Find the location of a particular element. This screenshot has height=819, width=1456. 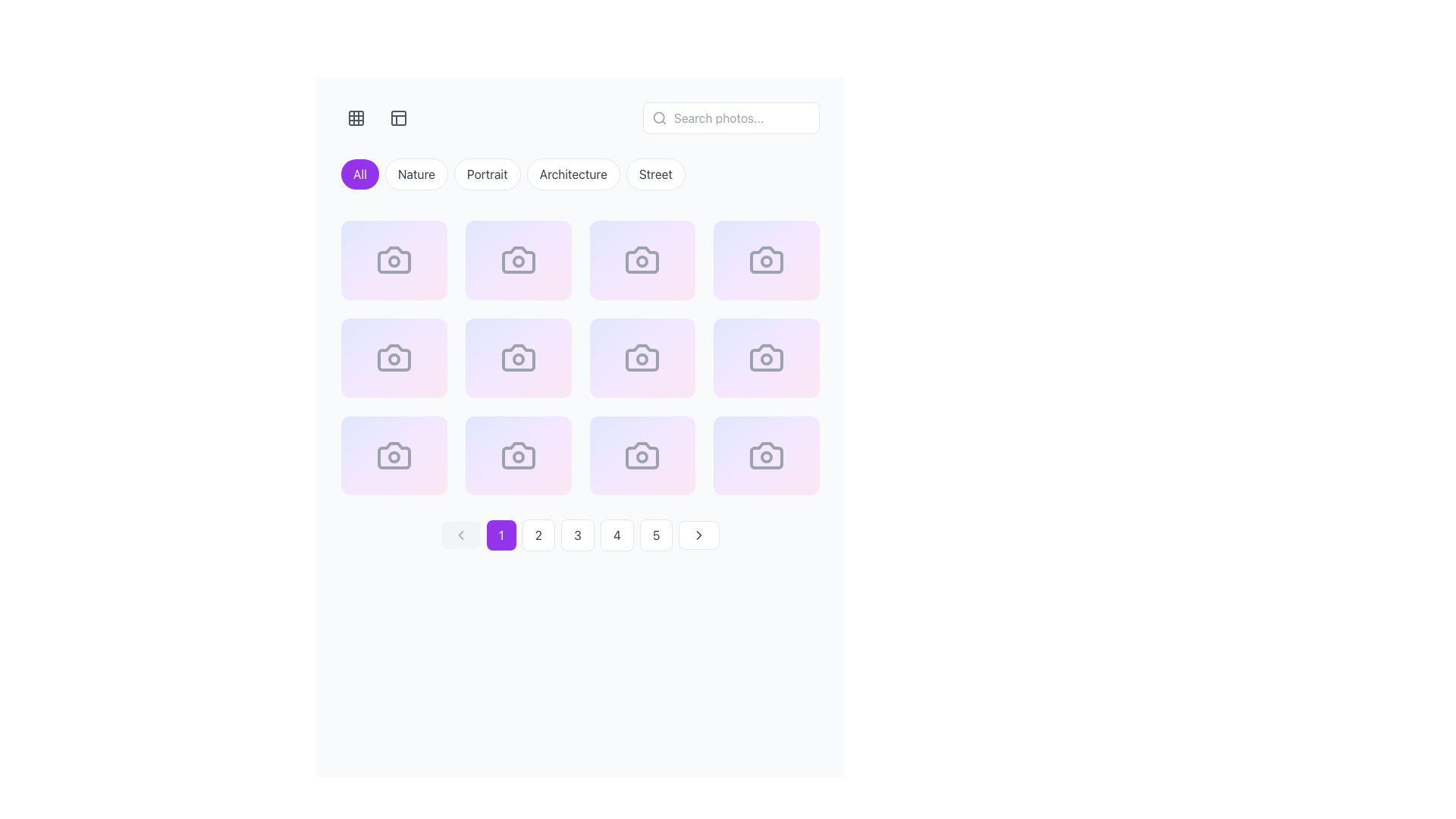

to select the Gallery card element labeled 'Photograph #8' with the category 'portrait', which features a camera icon and is positioned in the fourth column of the second row is located at coordinates (767, 358).